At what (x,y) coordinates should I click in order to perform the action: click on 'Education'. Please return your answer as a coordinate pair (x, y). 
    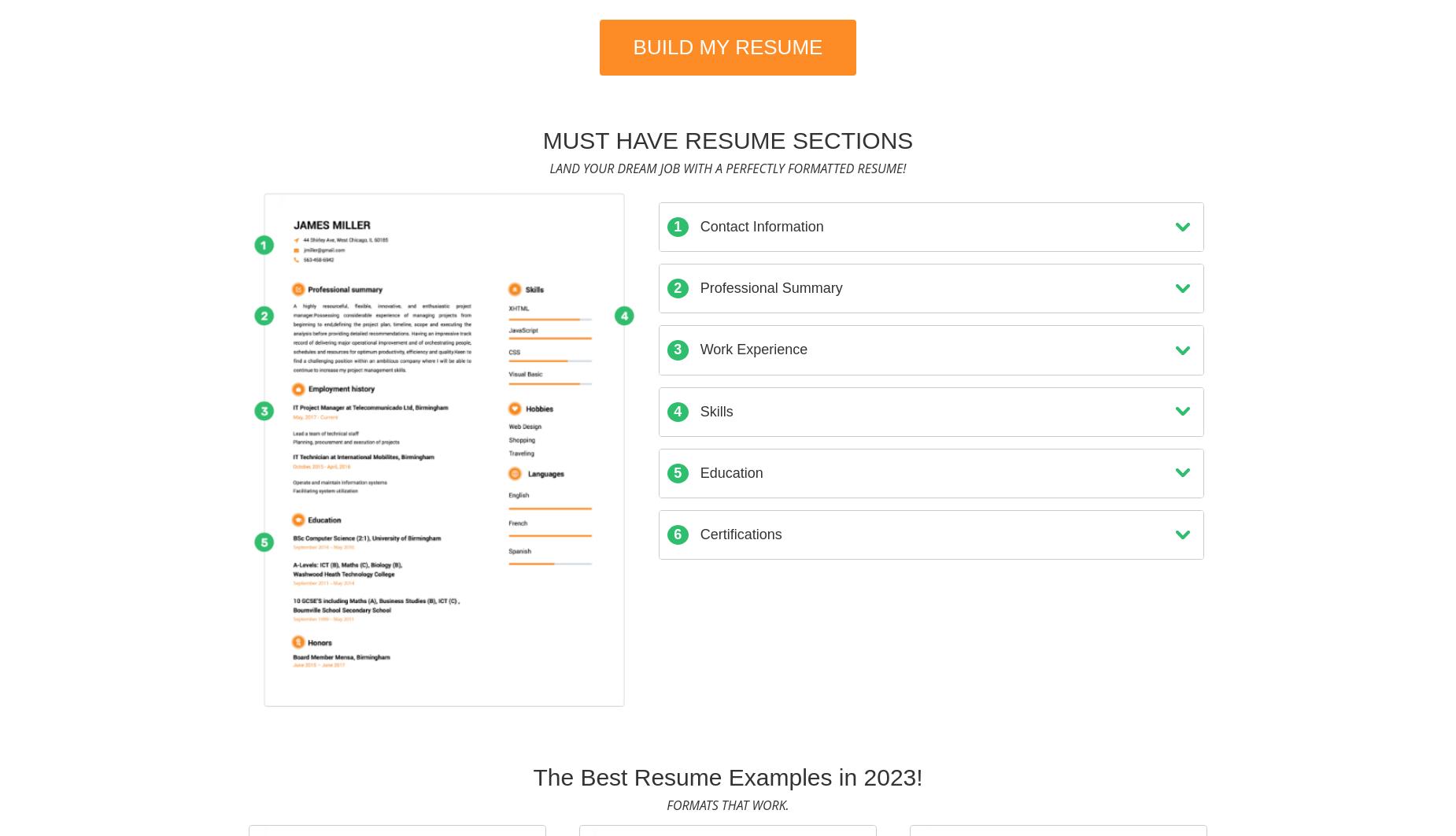
    Looking at the image, I should click on (728, 472).